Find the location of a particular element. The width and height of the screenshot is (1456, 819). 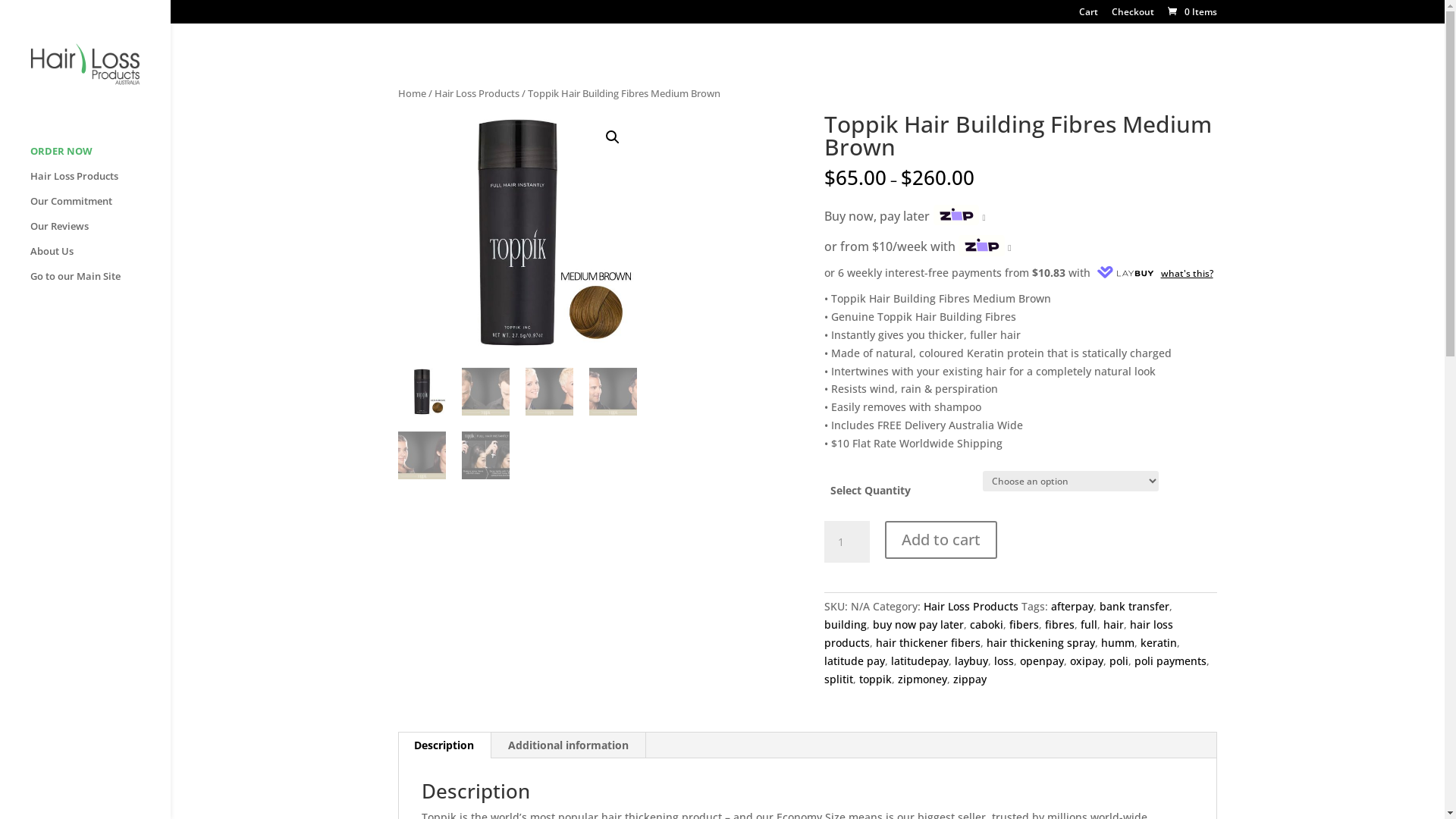

'keratin' is located at coordinates (1140, 642).